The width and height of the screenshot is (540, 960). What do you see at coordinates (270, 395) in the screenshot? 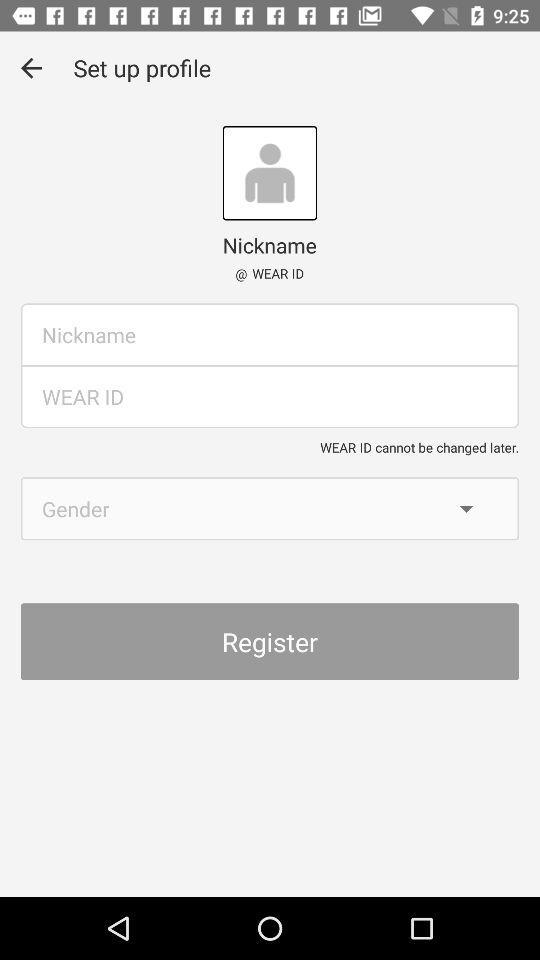
I see `id option` at bounding box center [270, 395].